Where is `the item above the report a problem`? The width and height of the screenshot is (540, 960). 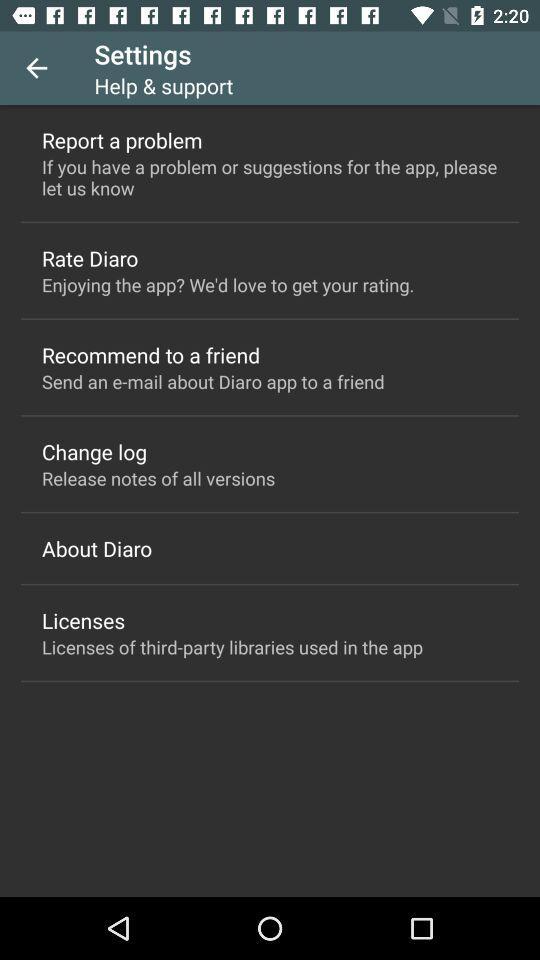 the item above the report a problem is located at coordinates (36, 68).